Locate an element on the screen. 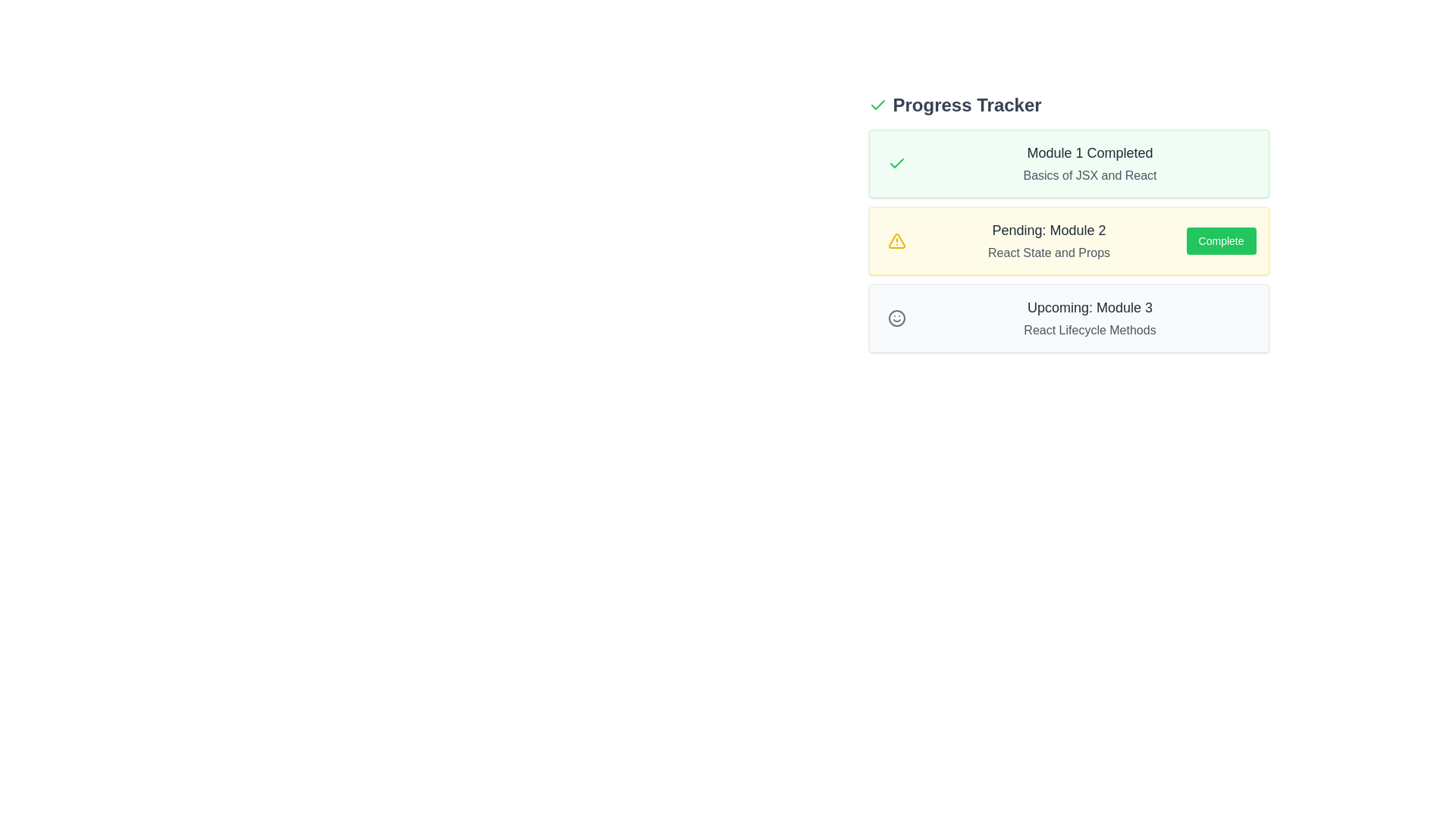 The height and width of the screenshot is (819, 1456). the green checkmark icon positioned to the left of the 'Progress Tracker' text is located at coordinates (877, 104).